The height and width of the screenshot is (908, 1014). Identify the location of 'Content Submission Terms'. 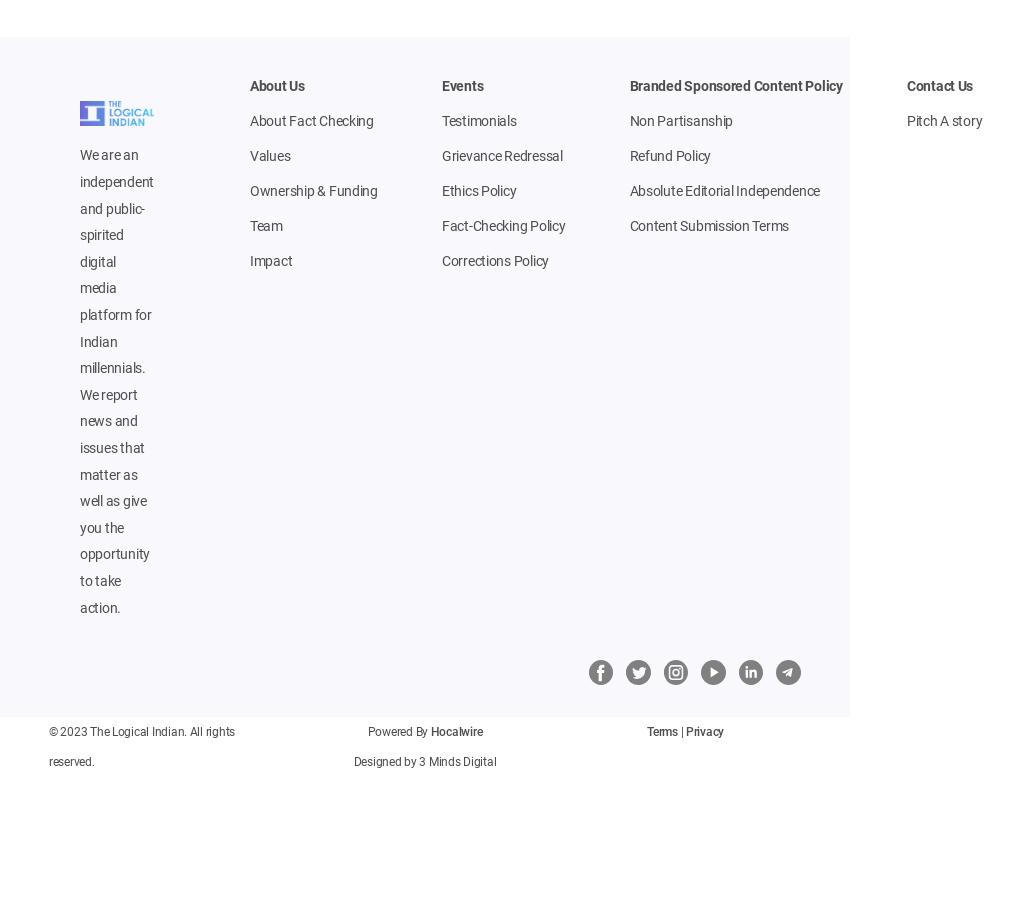
(628, 226).